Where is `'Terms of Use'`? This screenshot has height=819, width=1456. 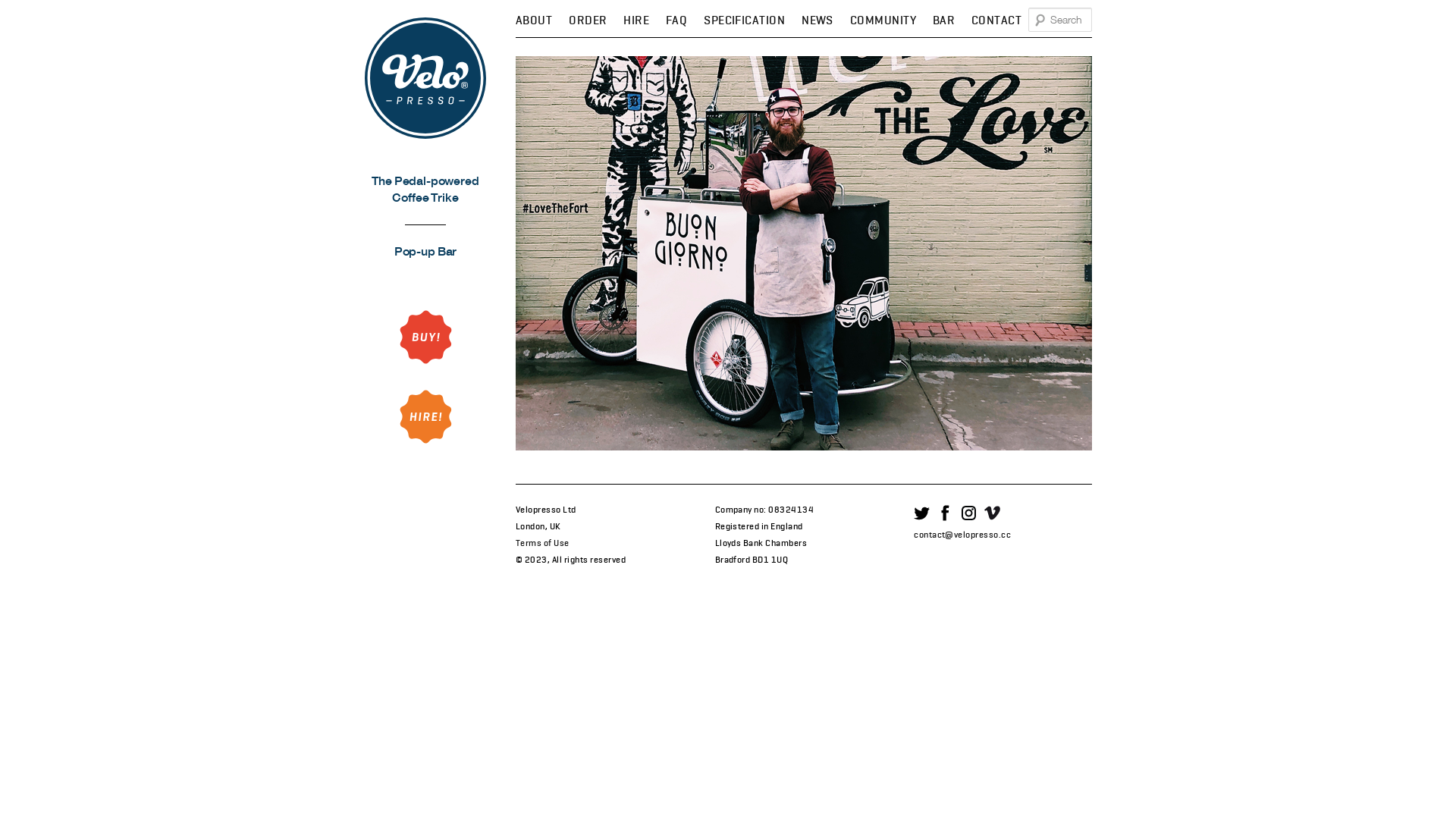 'Terms of Use' is located at coordinates (542, 541).